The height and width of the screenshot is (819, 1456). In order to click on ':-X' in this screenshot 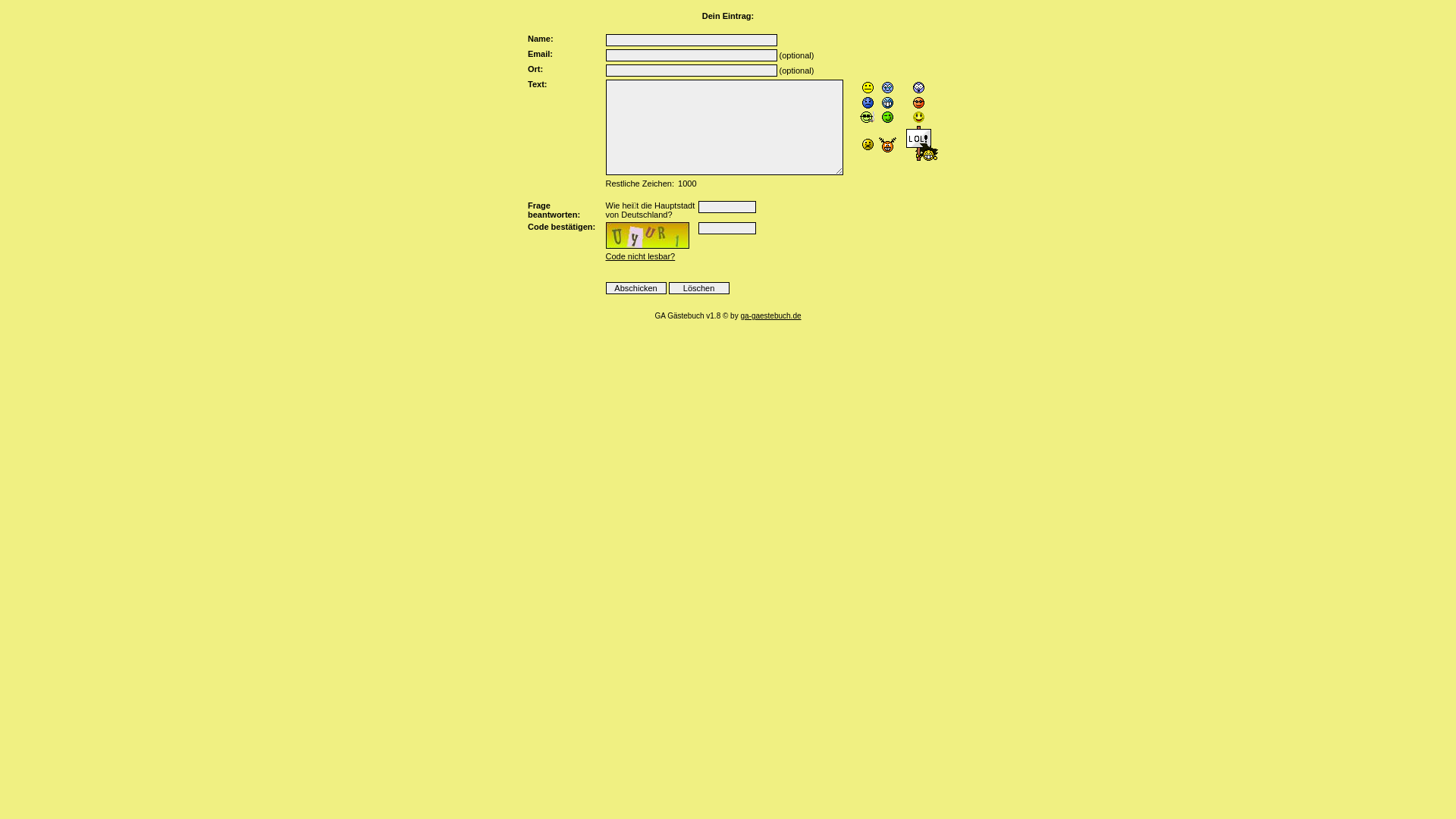, I will do `click(868, 144)`.